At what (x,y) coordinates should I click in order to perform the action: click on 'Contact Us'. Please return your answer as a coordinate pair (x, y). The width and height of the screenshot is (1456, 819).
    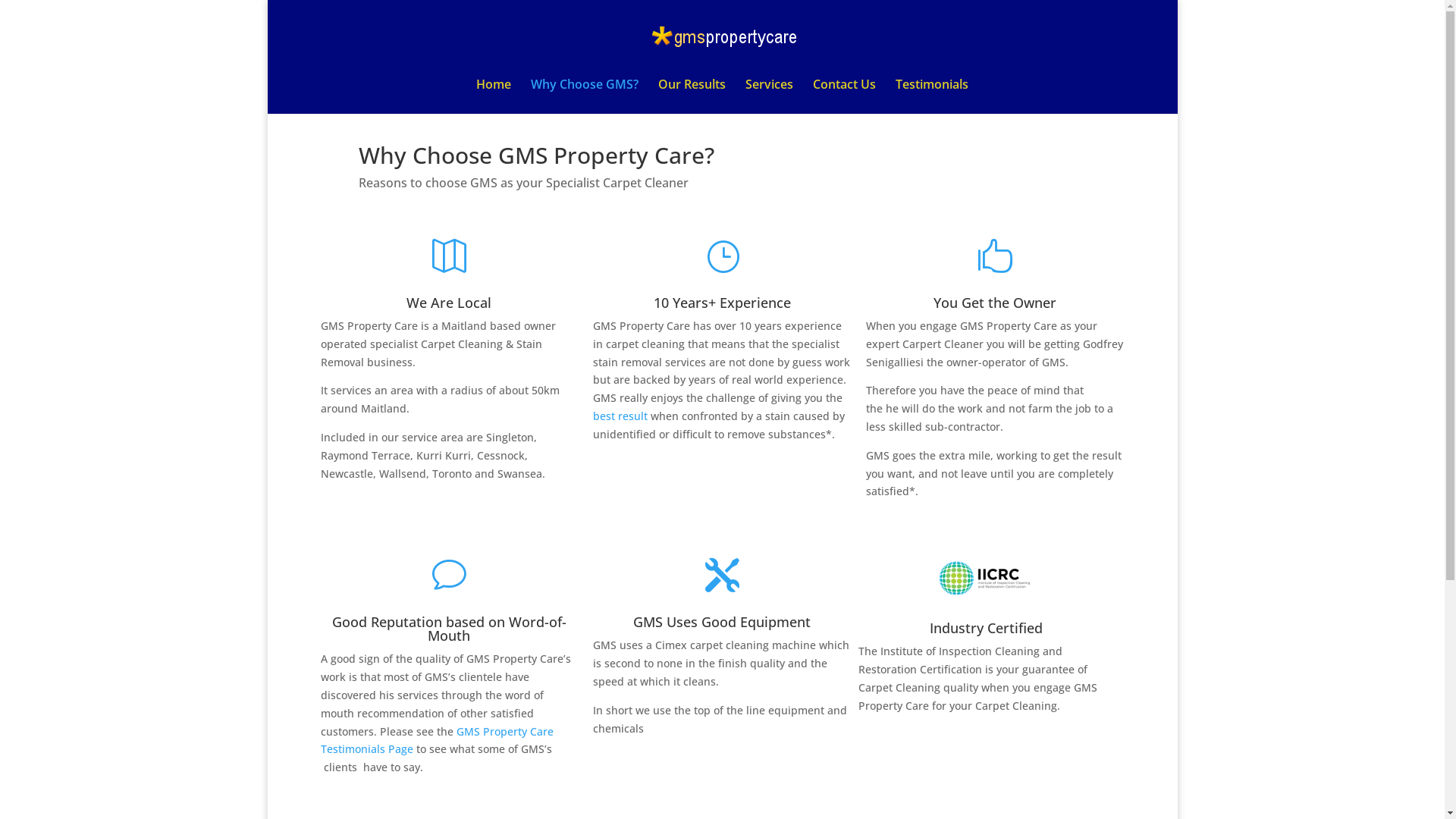
    Looking at the image, I should click on (843, 96).